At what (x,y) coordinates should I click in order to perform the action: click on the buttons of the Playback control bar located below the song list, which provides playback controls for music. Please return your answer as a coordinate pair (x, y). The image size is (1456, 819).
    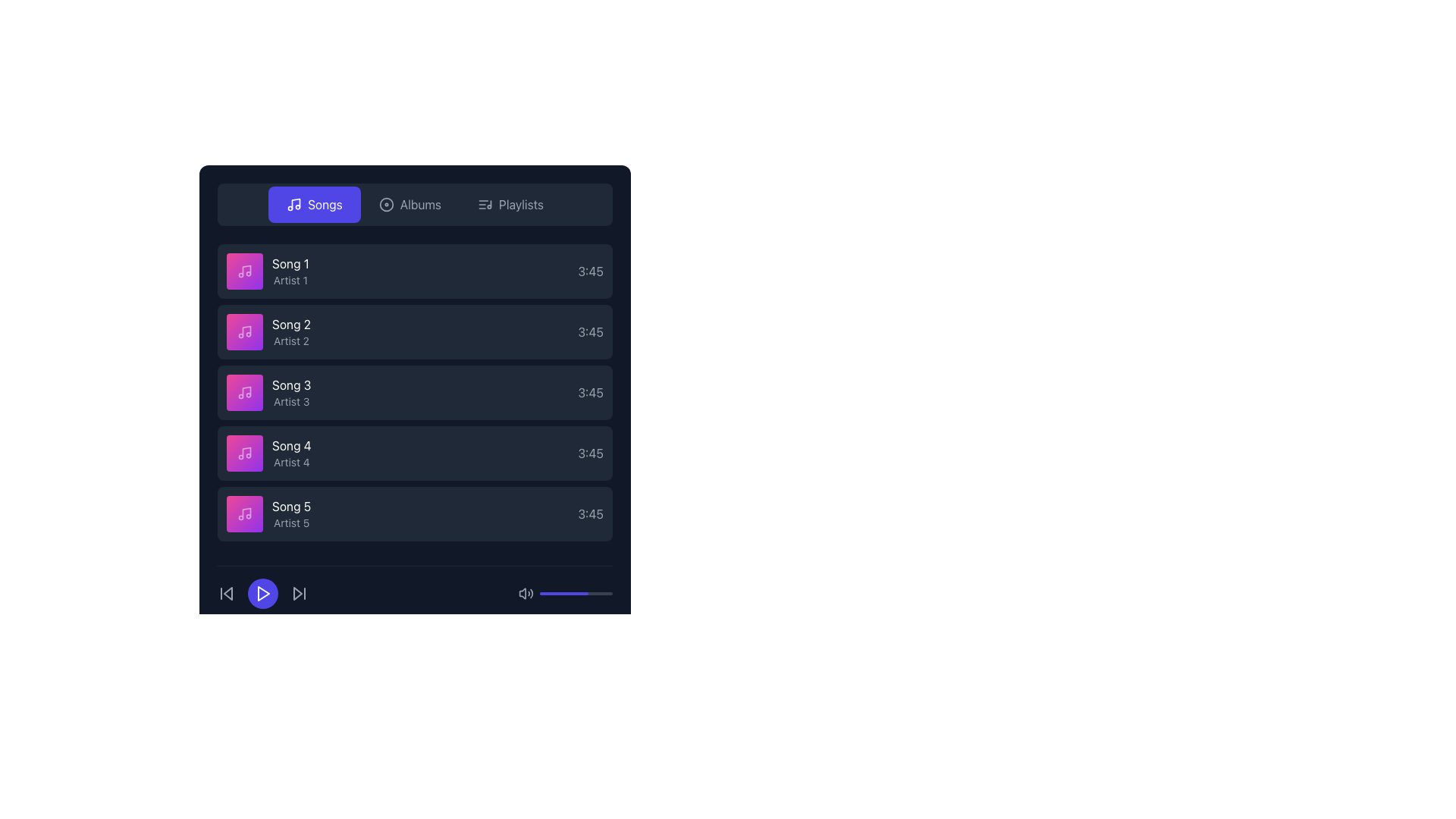
    Looking at the image, I should click on (415, 586).